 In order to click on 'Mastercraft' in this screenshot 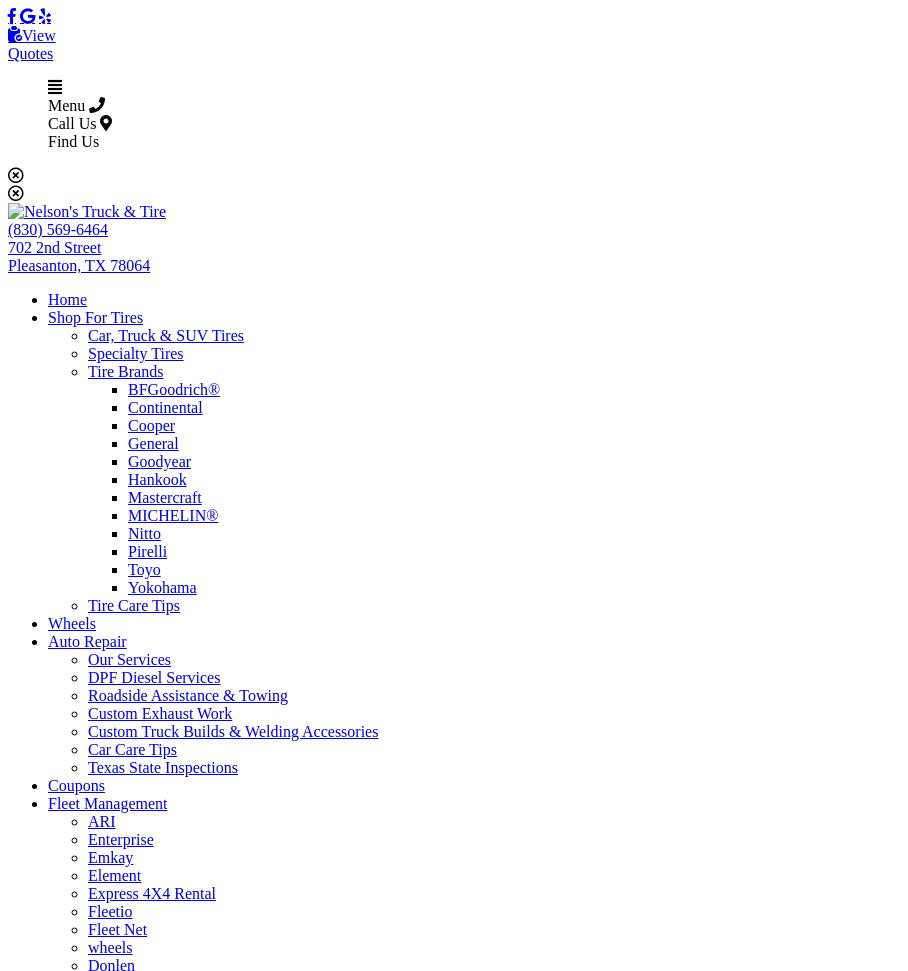, I will do `click(163, 496)`.